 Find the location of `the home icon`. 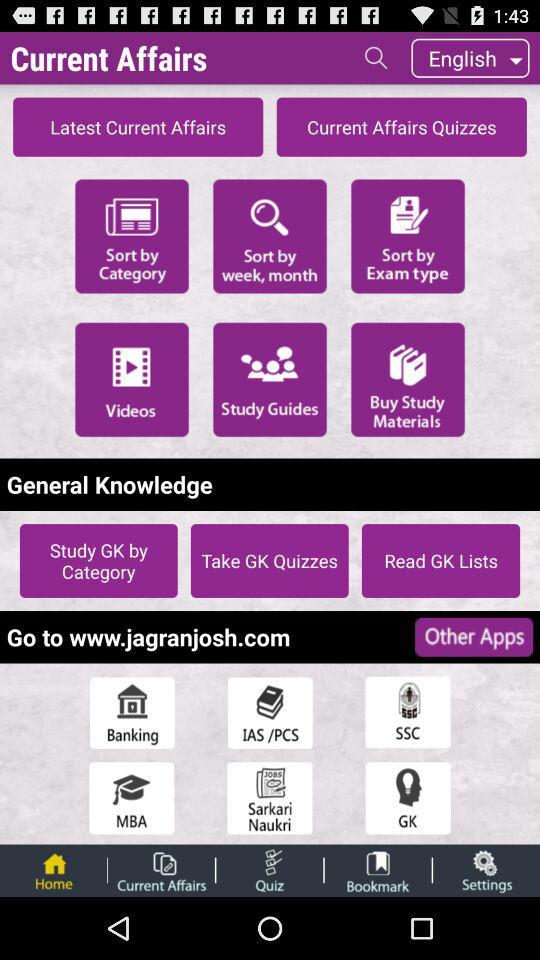

the home icon is located at coordinates (131, 761).